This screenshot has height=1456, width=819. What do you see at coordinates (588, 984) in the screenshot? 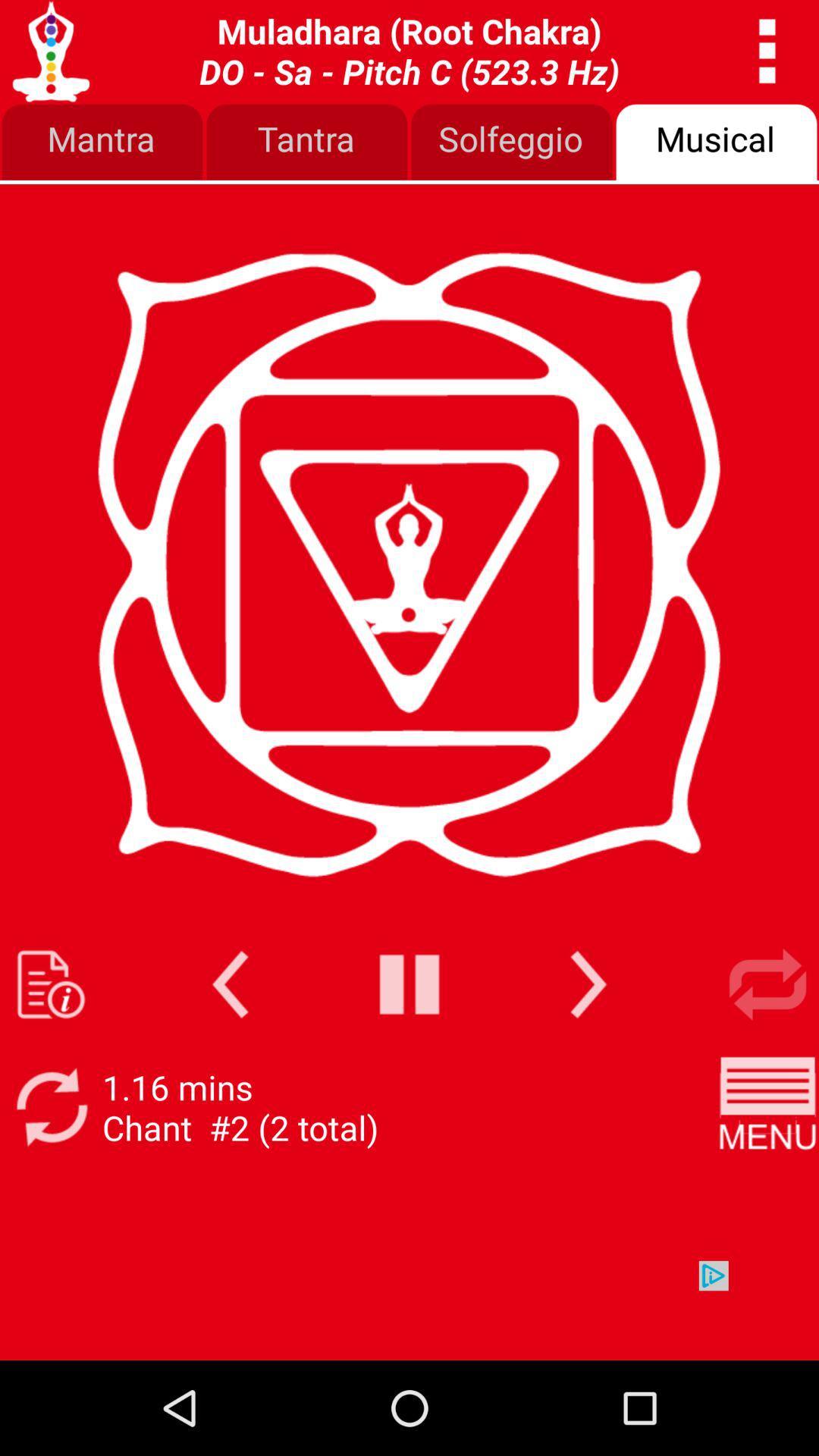
I see `skip audio` at bounding box center [588, 984].